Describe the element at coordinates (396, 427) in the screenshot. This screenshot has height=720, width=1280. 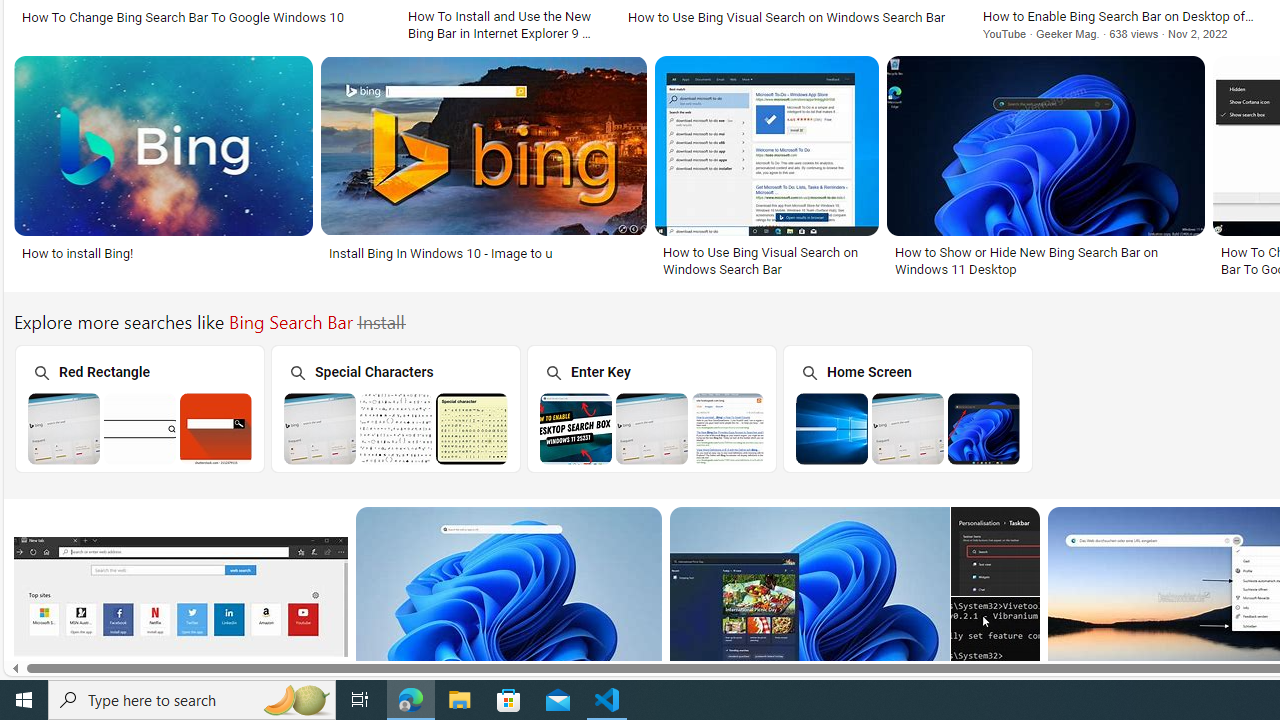
I see `'Bing Search Bar Special Characters'` at that location.